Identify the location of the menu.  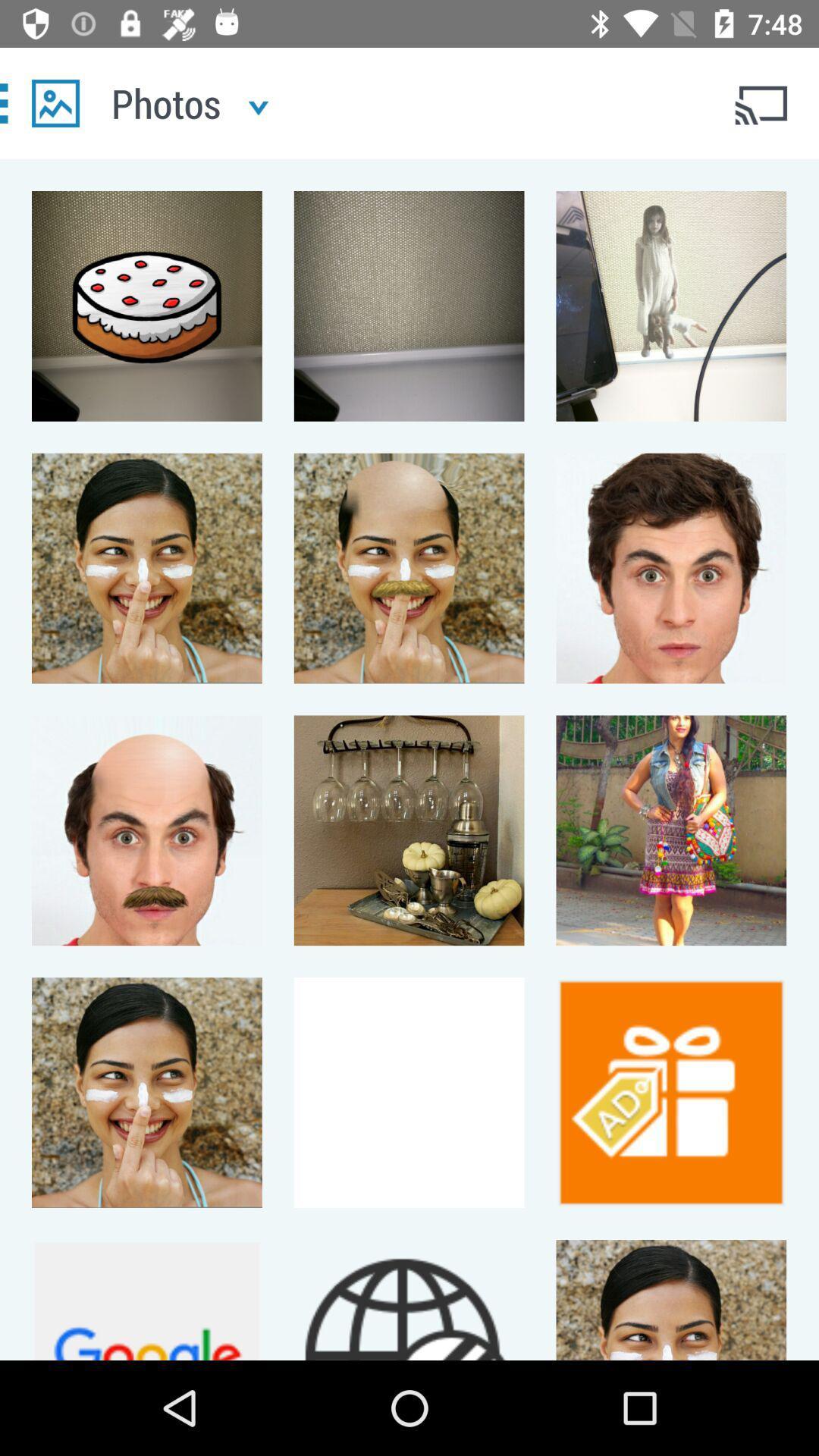
(55, 102).